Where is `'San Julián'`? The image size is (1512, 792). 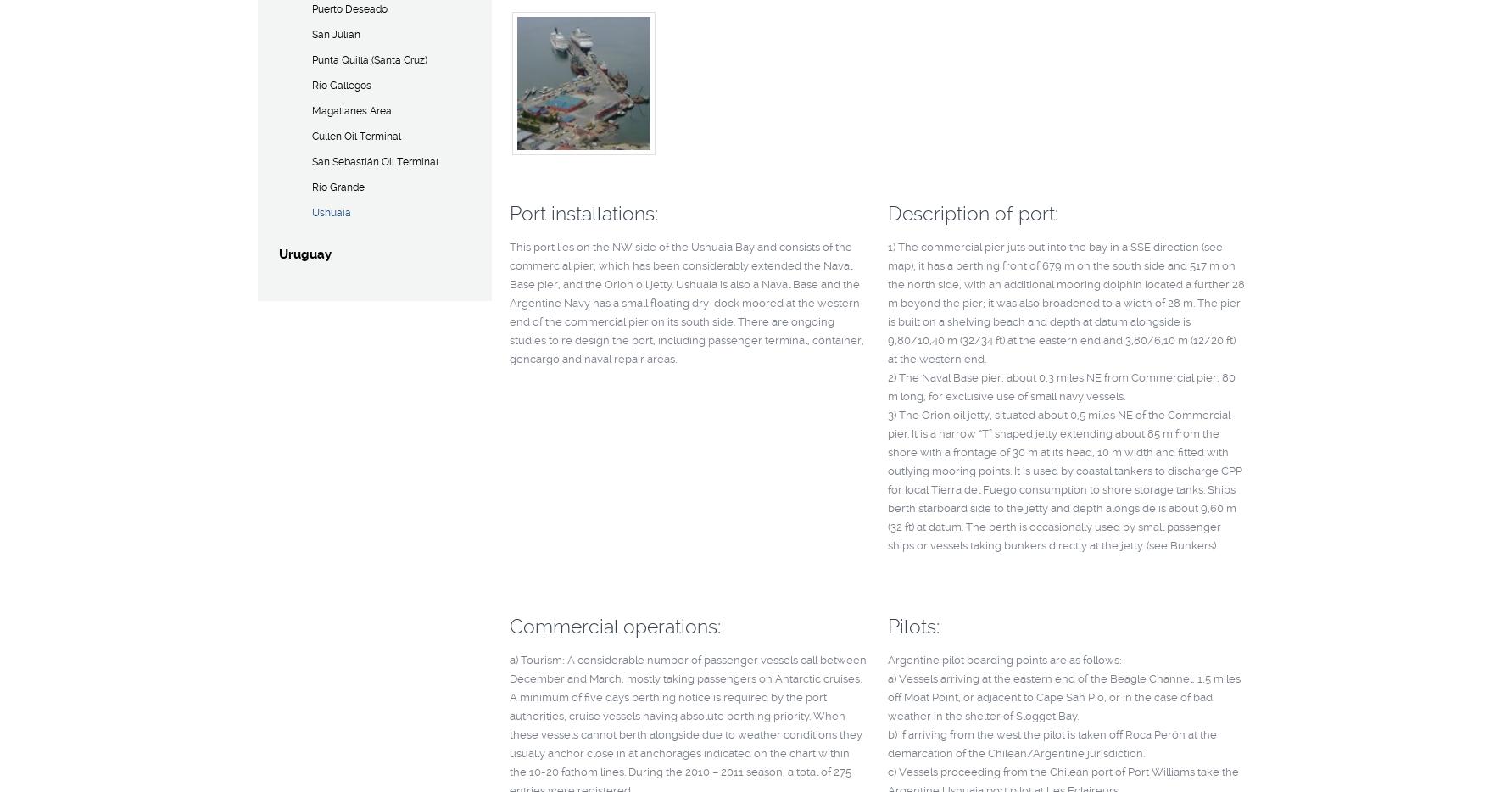 'San Julián' is located at coordinates (334, 34).